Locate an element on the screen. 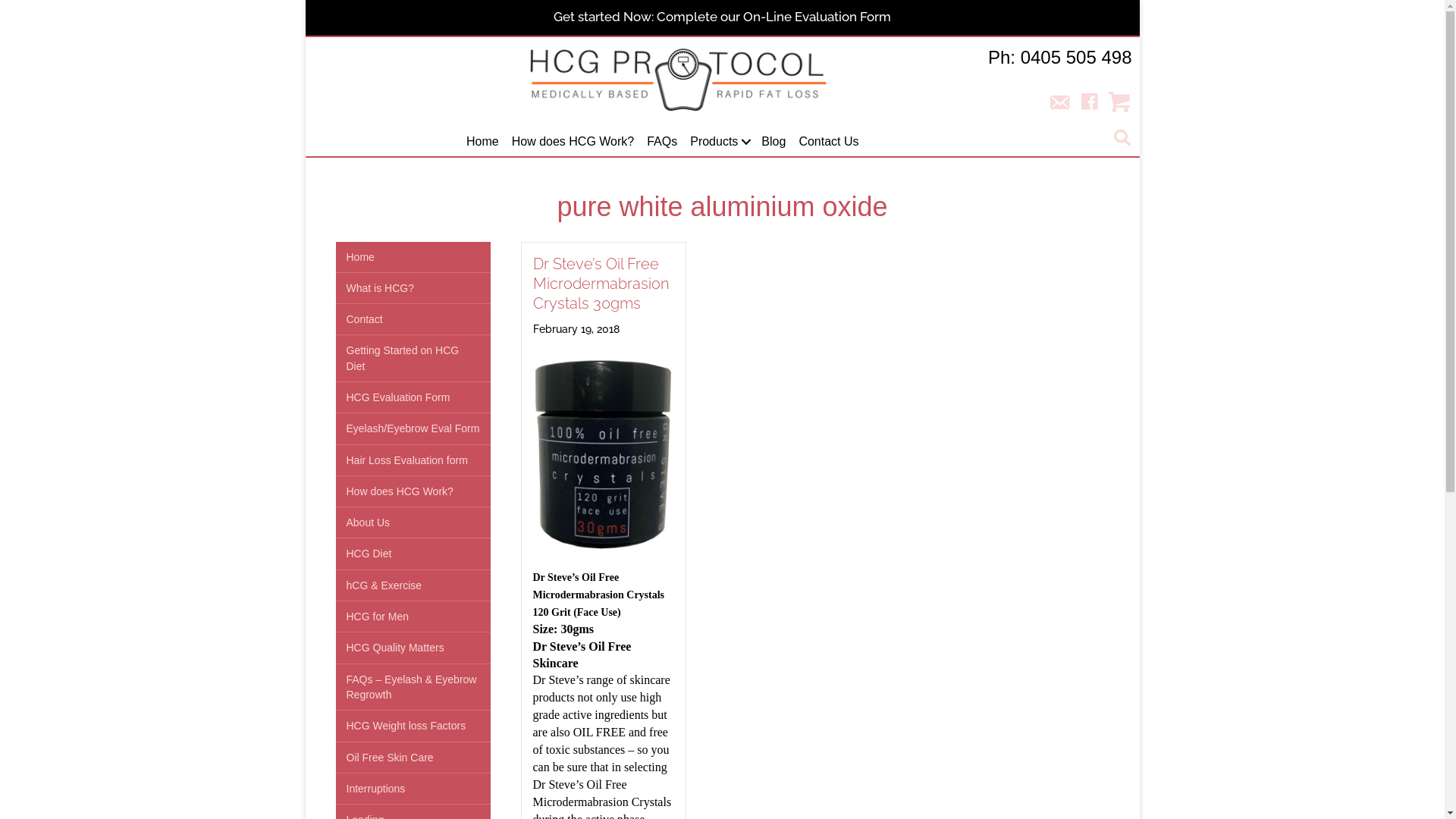 This screenshot has height=819, width=1456. 'HCG Diet' is located at coordinates (412, 553).